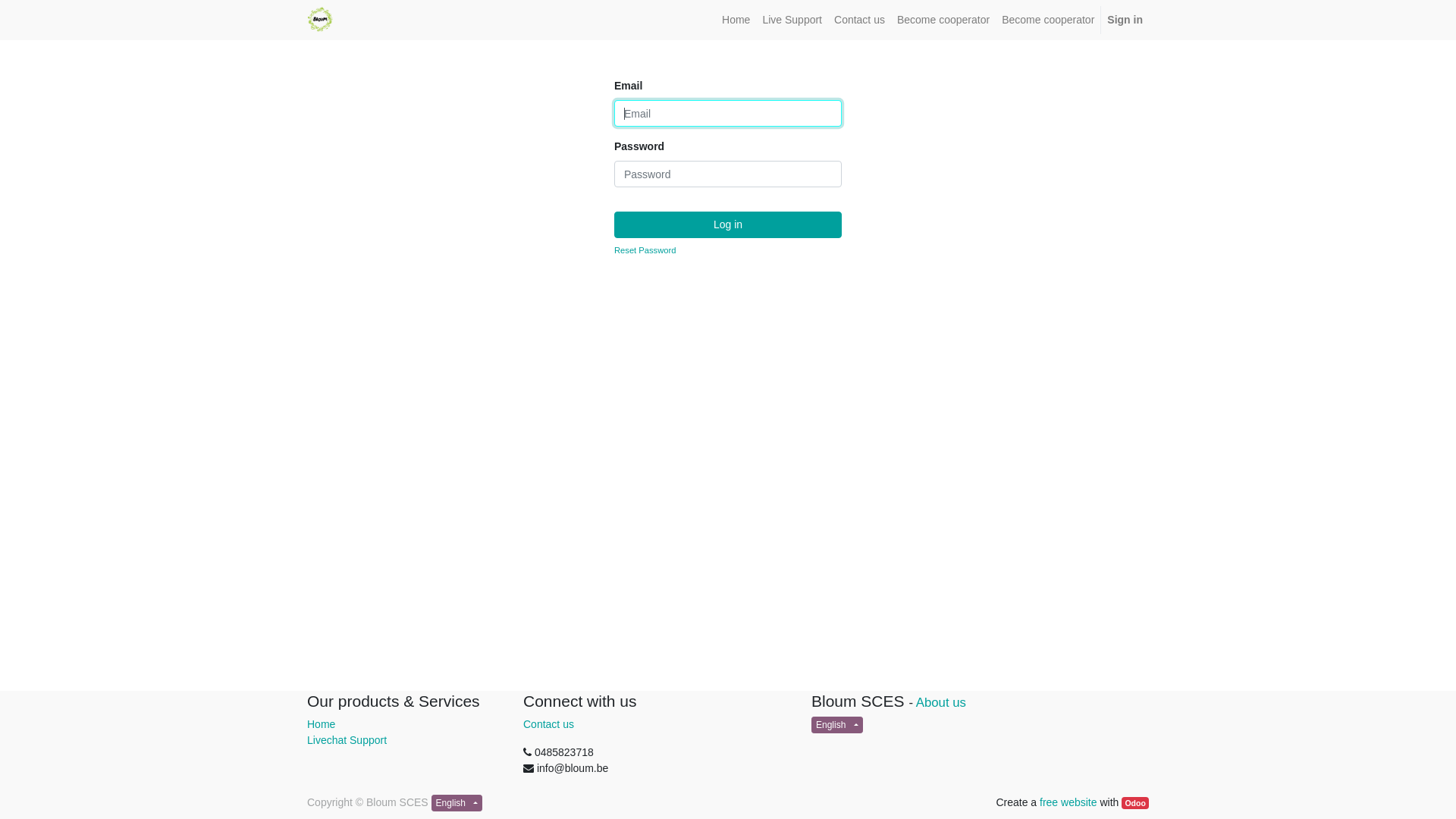 The height and width of the screenshot is (819, 1456). I want to click on 'English', so click(836, 724).